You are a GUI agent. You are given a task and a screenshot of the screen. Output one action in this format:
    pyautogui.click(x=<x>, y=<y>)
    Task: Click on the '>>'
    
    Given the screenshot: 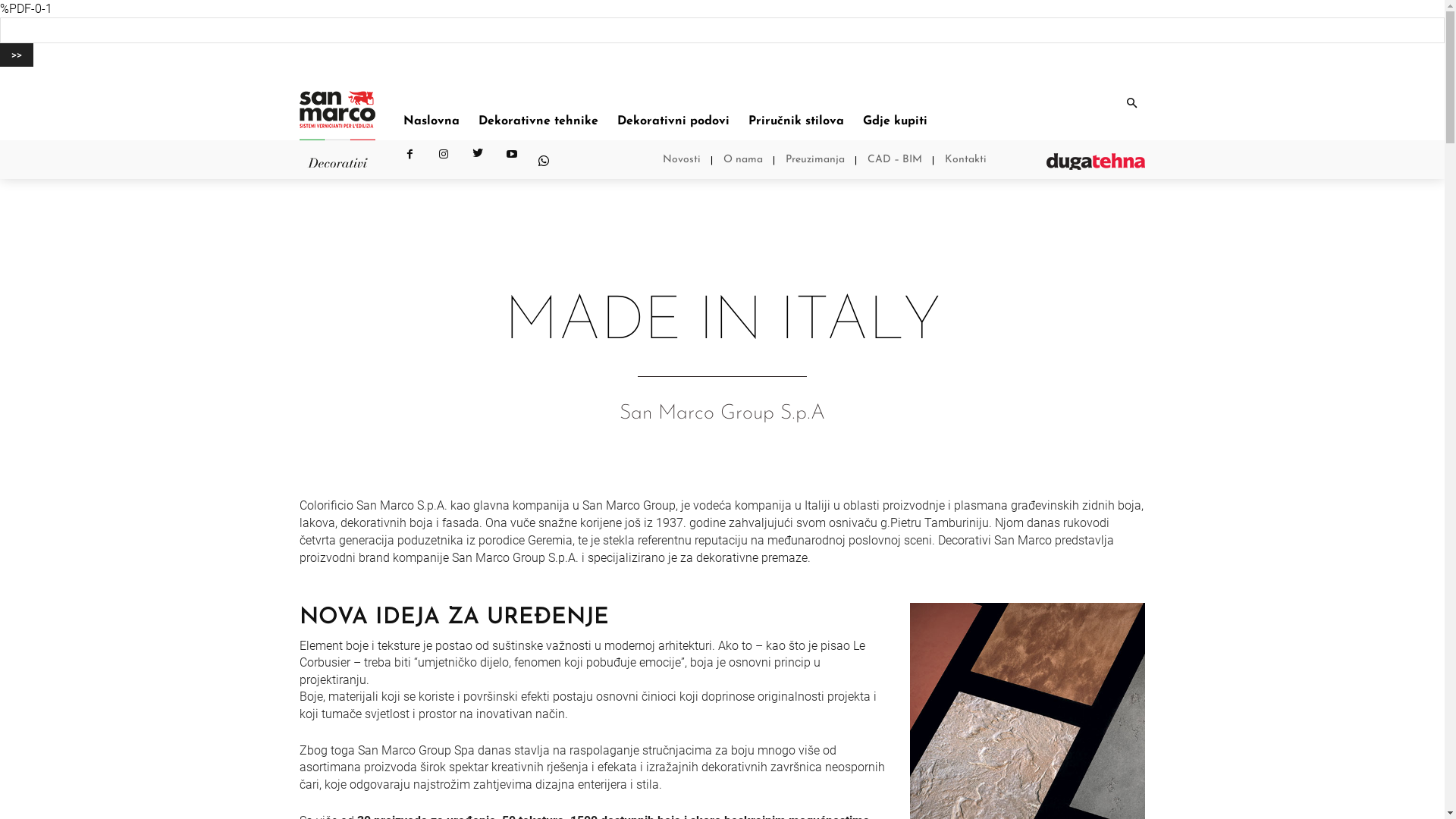 What is the action you would take?
    pyautogui.click(x=17, y=54)
    